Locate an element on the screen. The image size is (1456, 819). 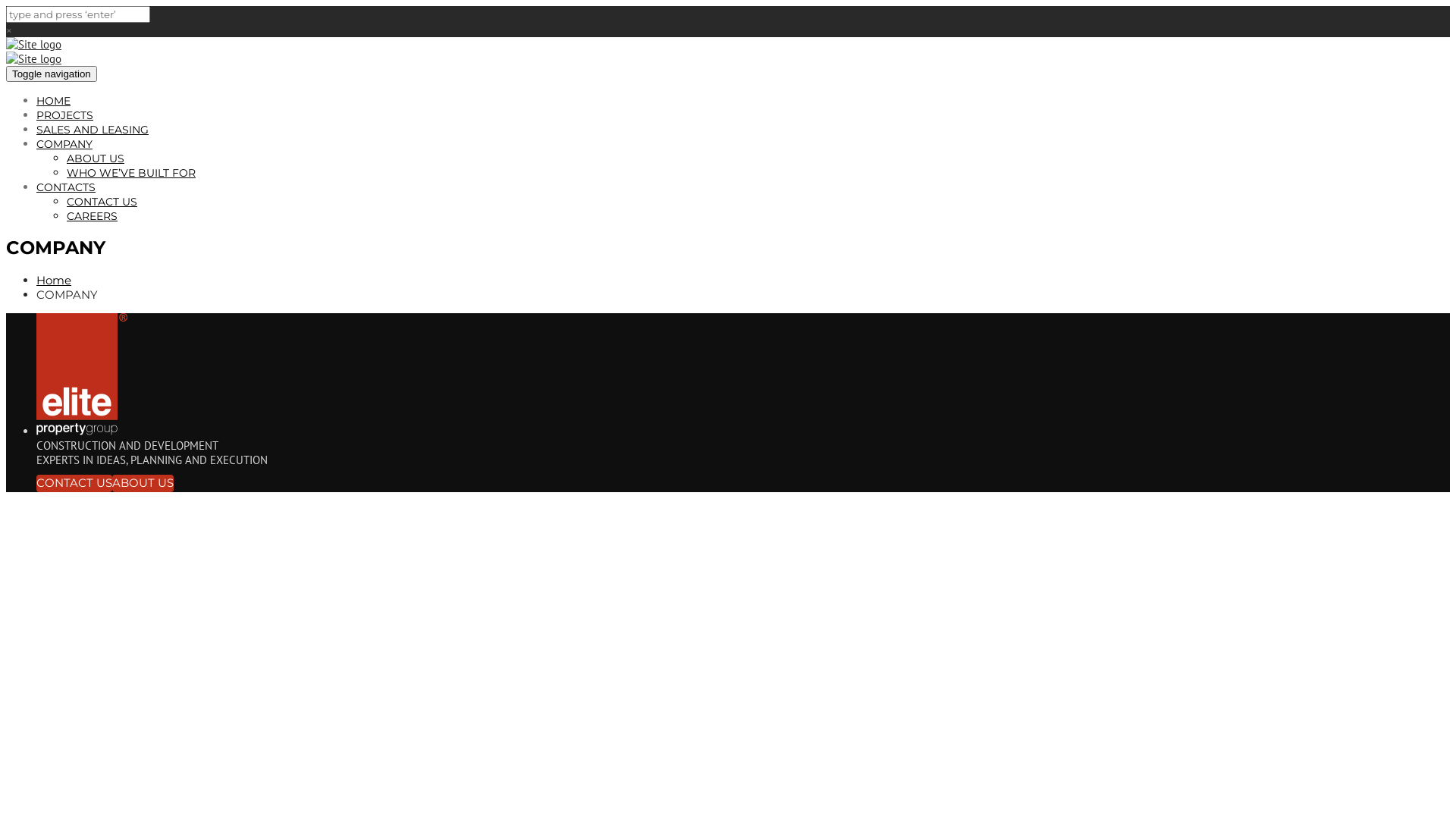
'ABOUT US' is located at coordinates (94, 158).